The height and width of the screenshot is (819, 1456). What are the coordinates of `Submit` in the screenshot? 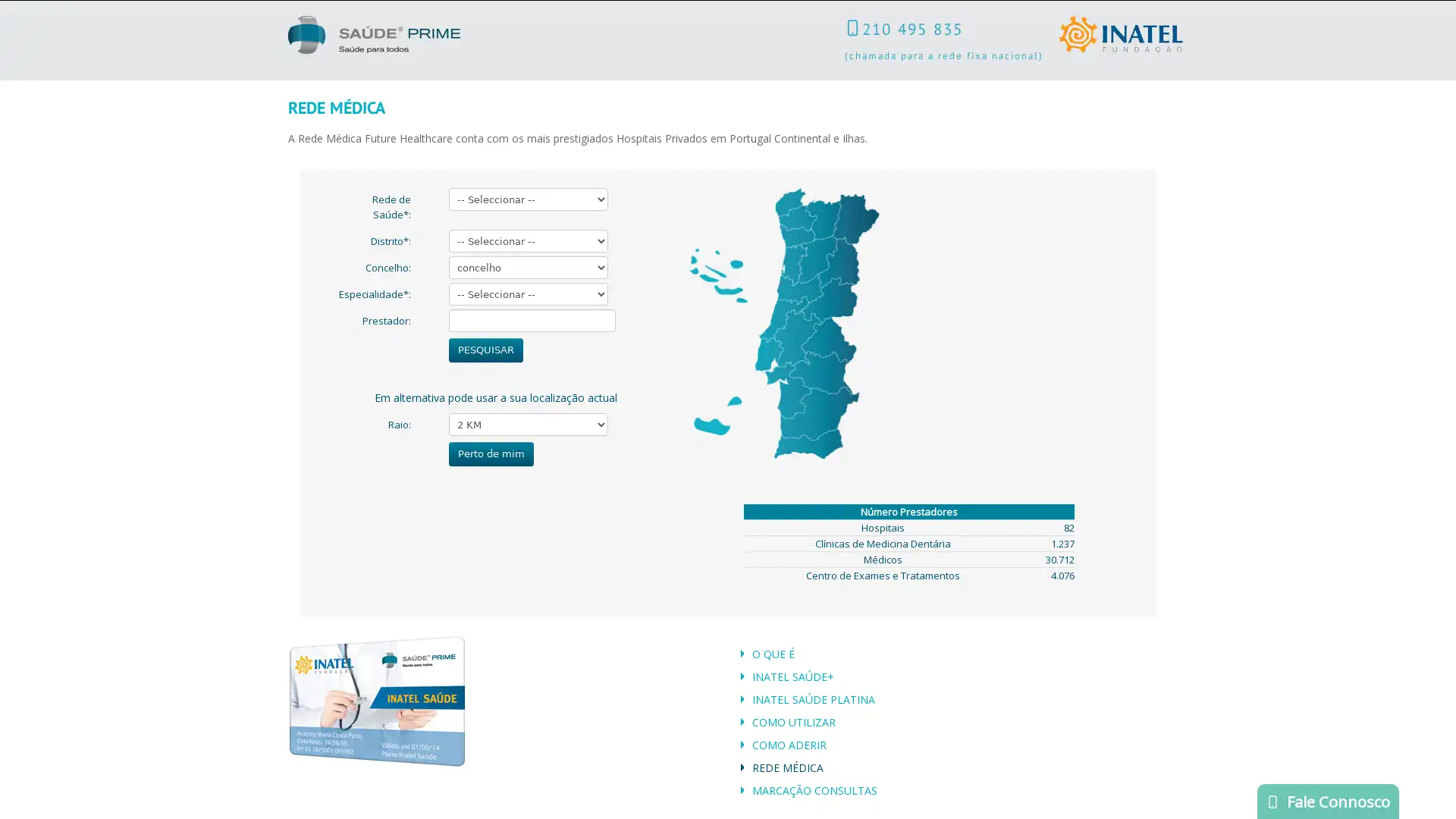 It's located at (337, 197).